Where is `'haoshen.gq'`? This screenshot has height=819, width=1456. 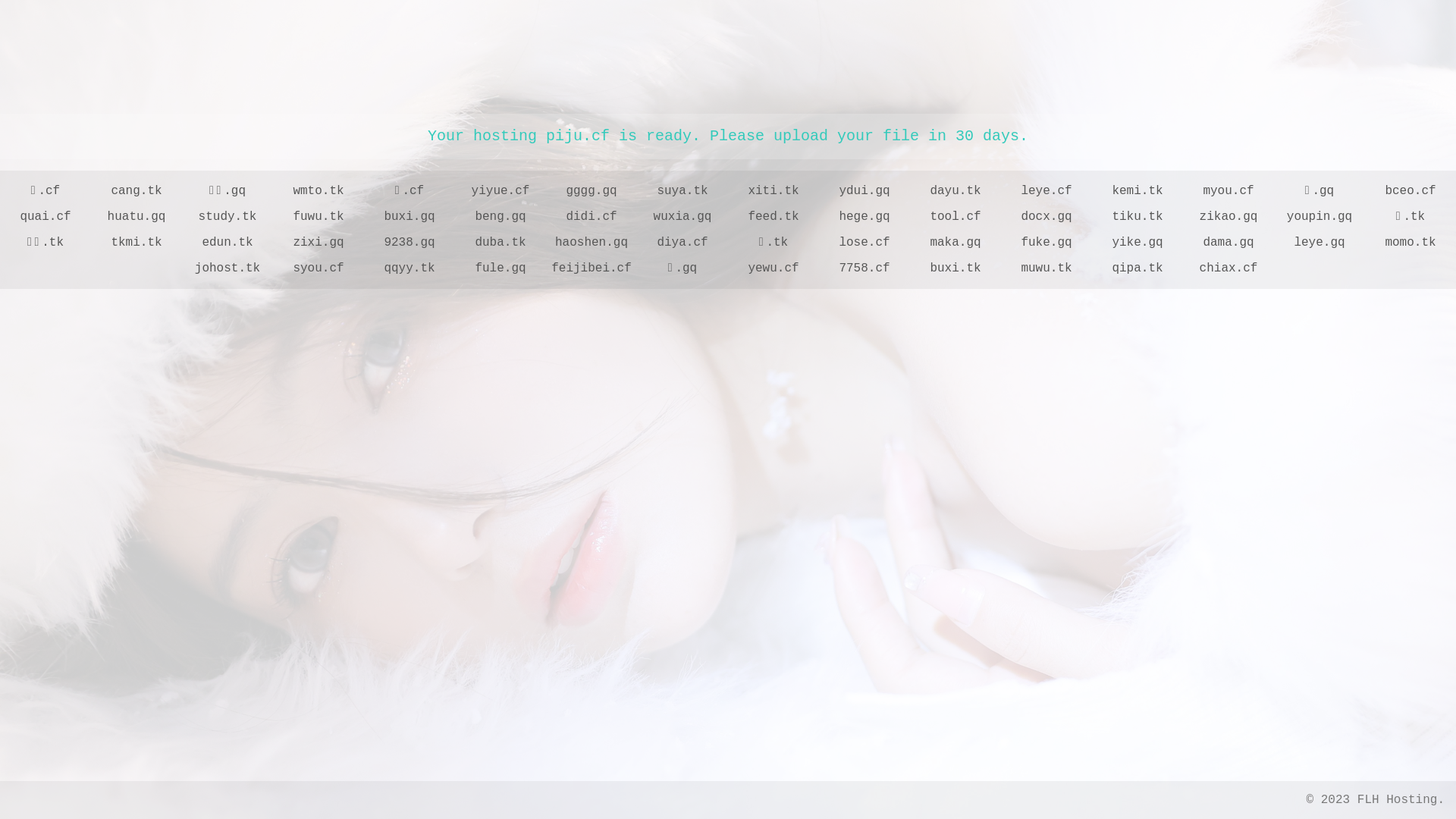 'haoshen.gq' is located at coordinates (590, 242).